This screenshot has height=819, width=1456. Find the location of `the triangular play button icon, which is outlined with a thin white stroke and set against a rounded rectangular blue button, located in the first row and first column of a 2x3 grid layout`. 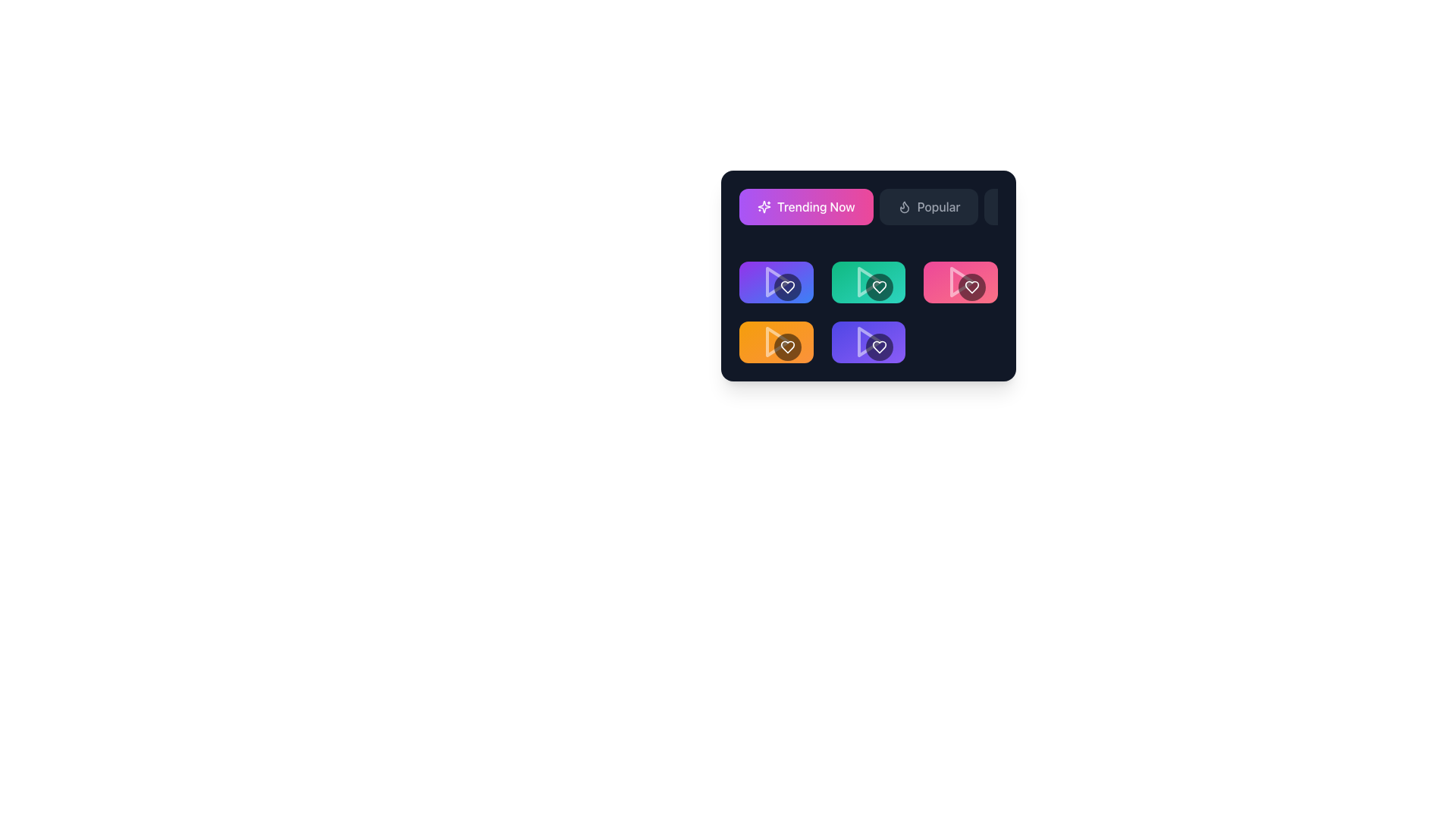

the triangular play button icon, which is outlined with a thin white stroke and set against a rounded rectangular blue button, located in the first row and first column of a 2x3 grid layout is located at coordinates (777, 282).